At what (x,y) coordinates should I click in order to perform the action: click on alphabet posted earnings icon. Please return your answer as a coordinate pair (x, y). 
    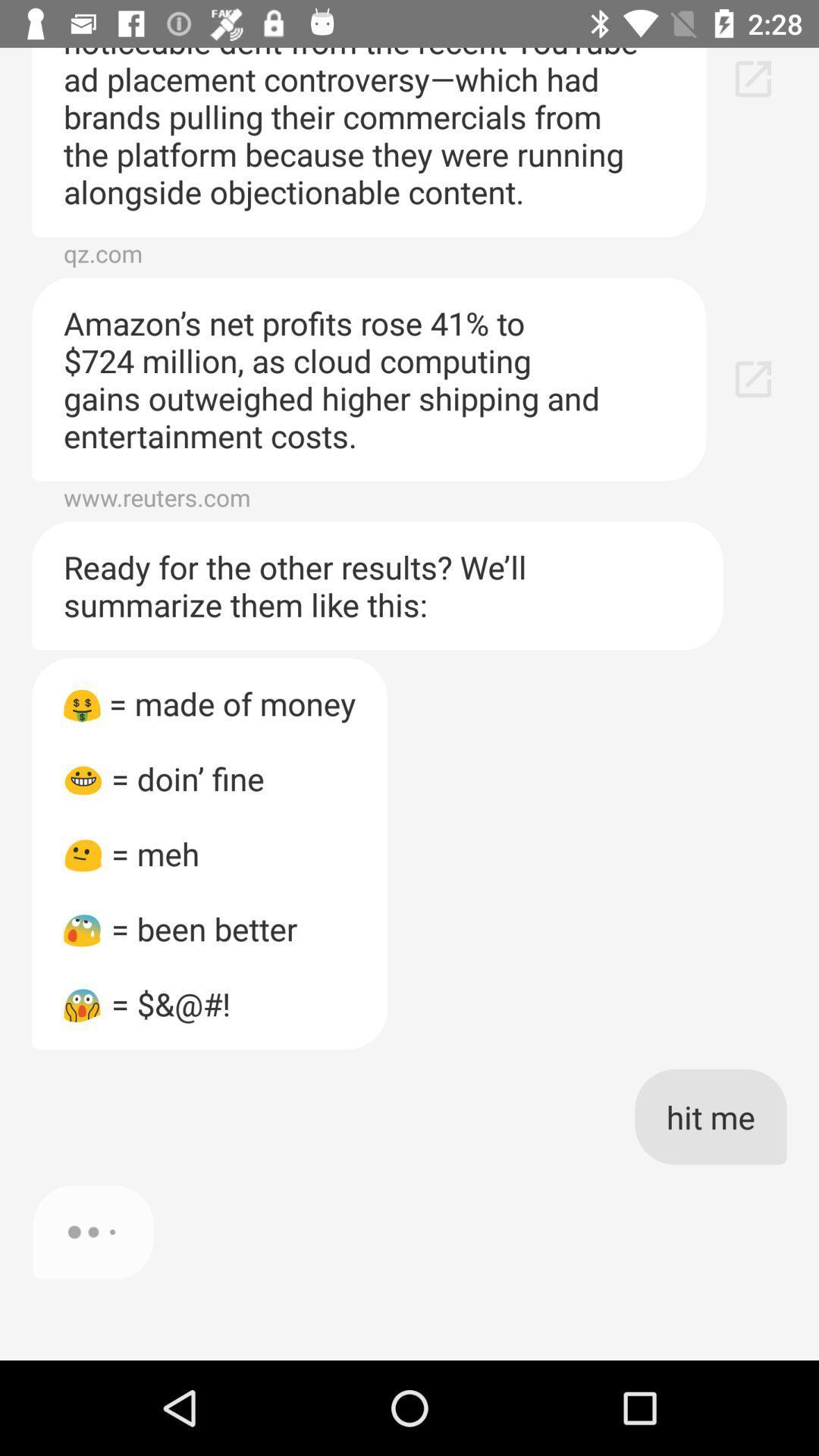
    Looking at the image, I should click on (369, 142).